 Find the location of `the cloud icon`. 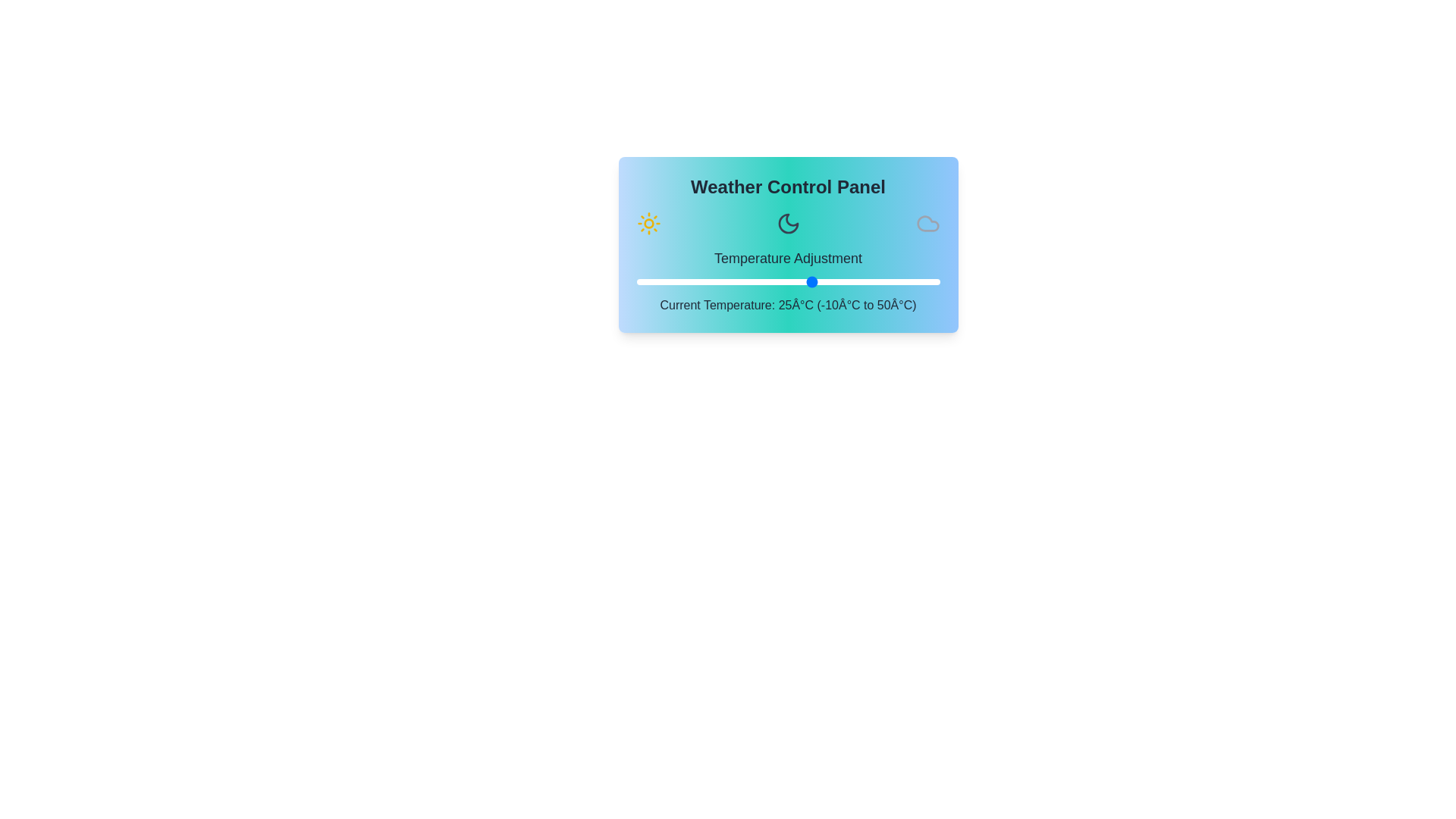

the cloud icon is located at coordinates (927, 223).